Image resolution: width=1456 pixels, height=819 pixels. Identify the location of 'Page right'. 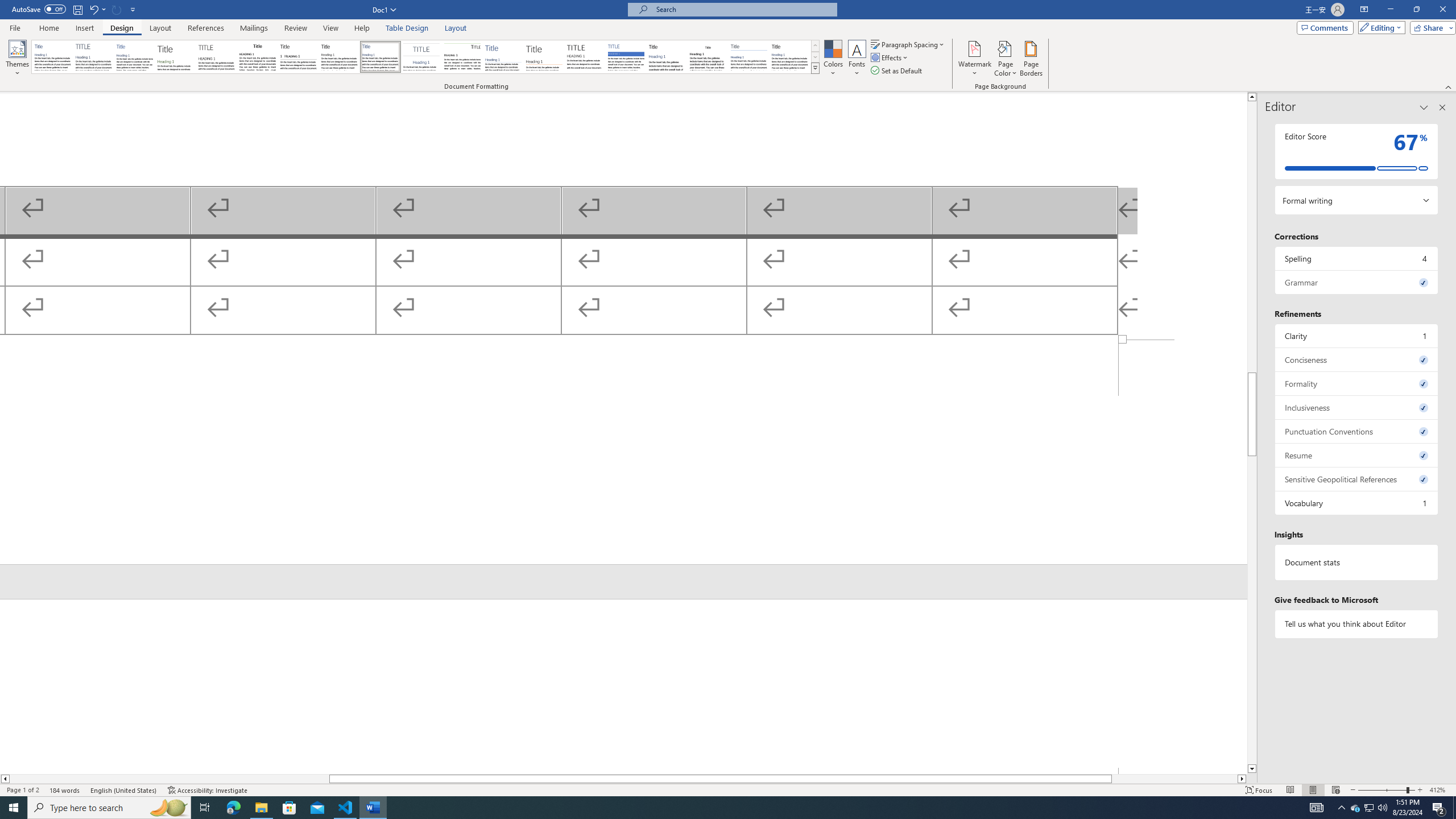
(1174, 778).